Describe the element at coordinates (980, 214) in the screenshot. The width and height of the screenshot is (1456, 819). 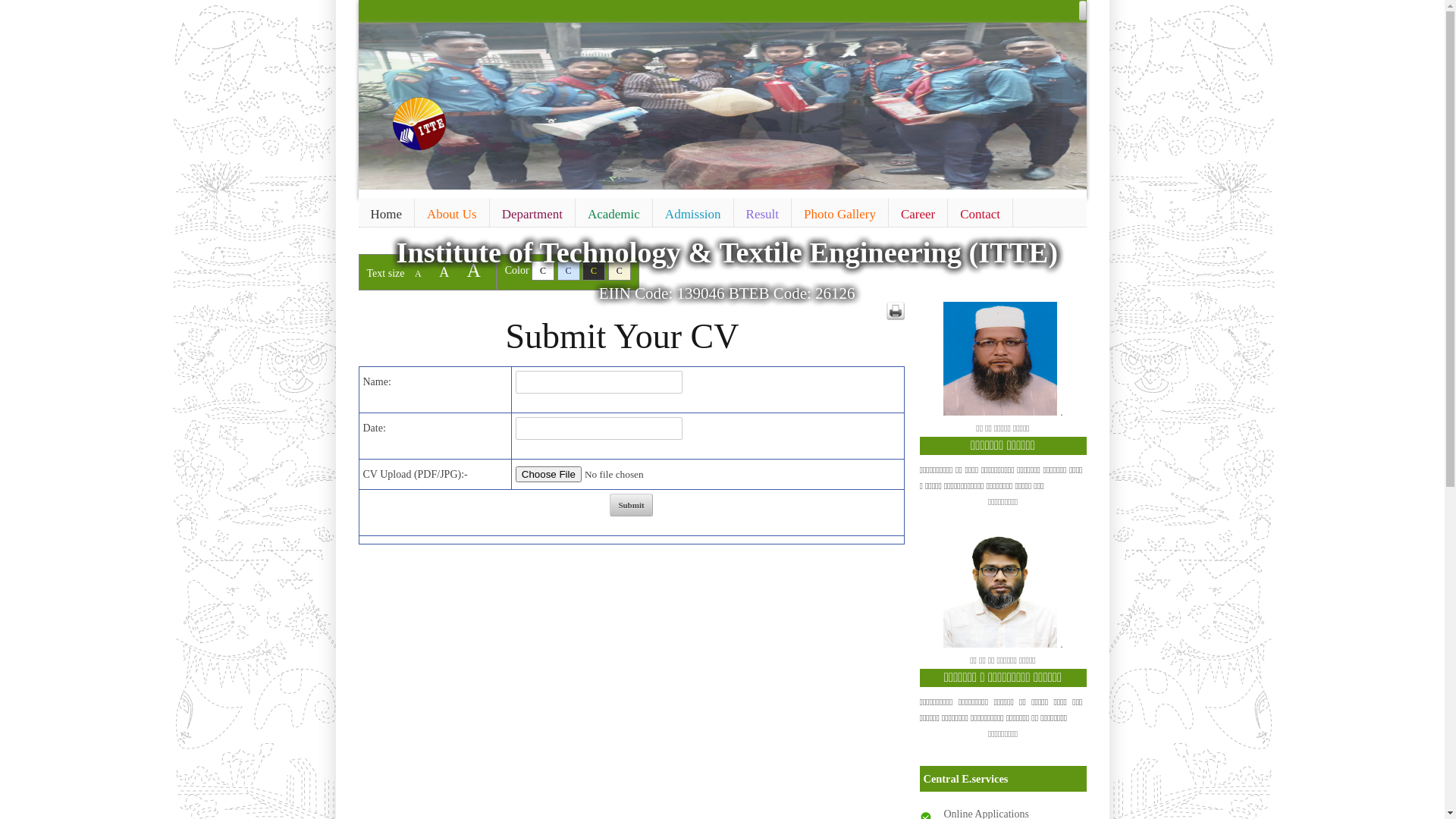
I see `'Contact'` at that location.